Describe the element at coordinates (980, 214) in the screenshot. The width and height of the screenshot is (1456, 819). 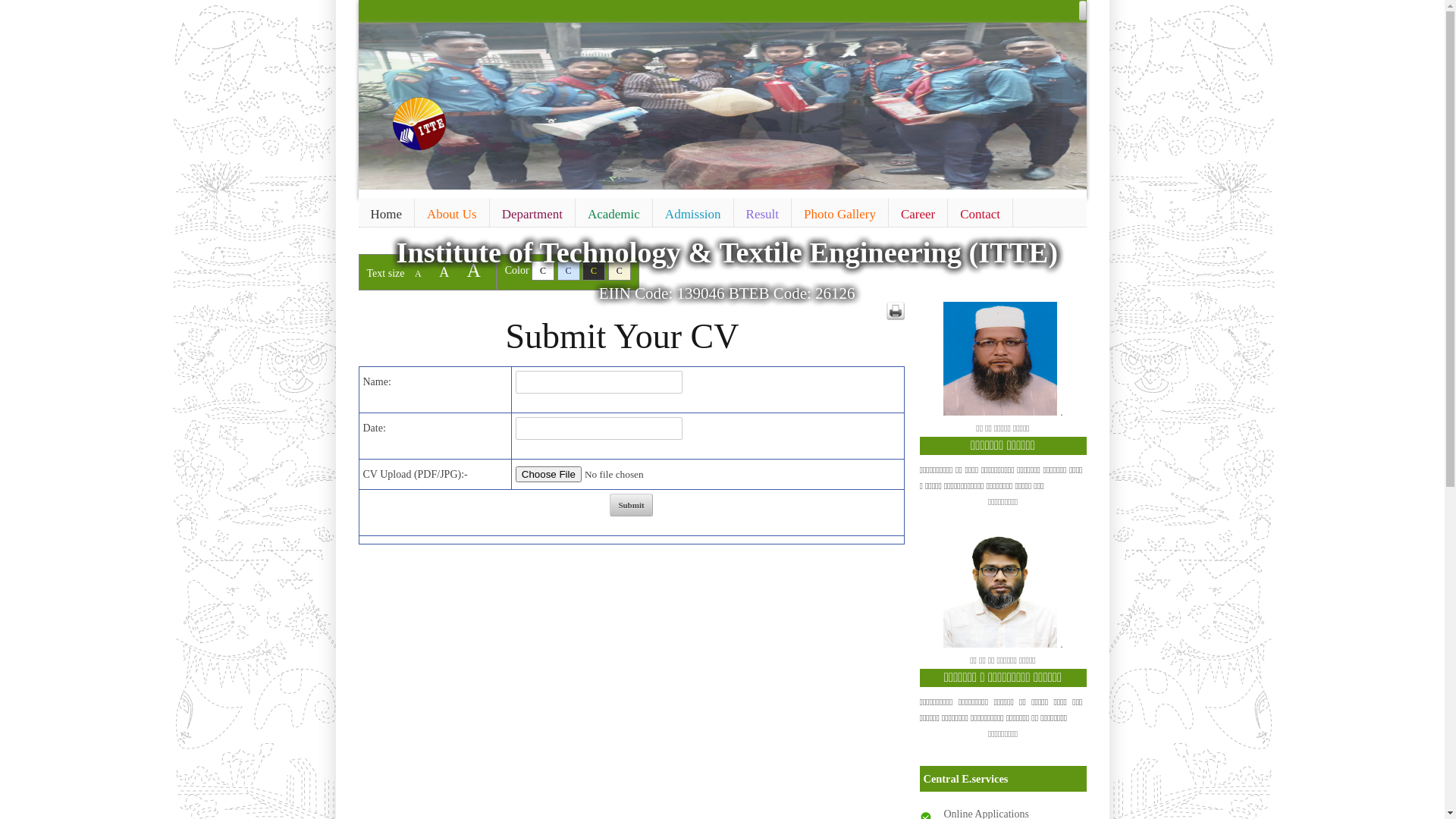
I see `'Contact'` at that location.